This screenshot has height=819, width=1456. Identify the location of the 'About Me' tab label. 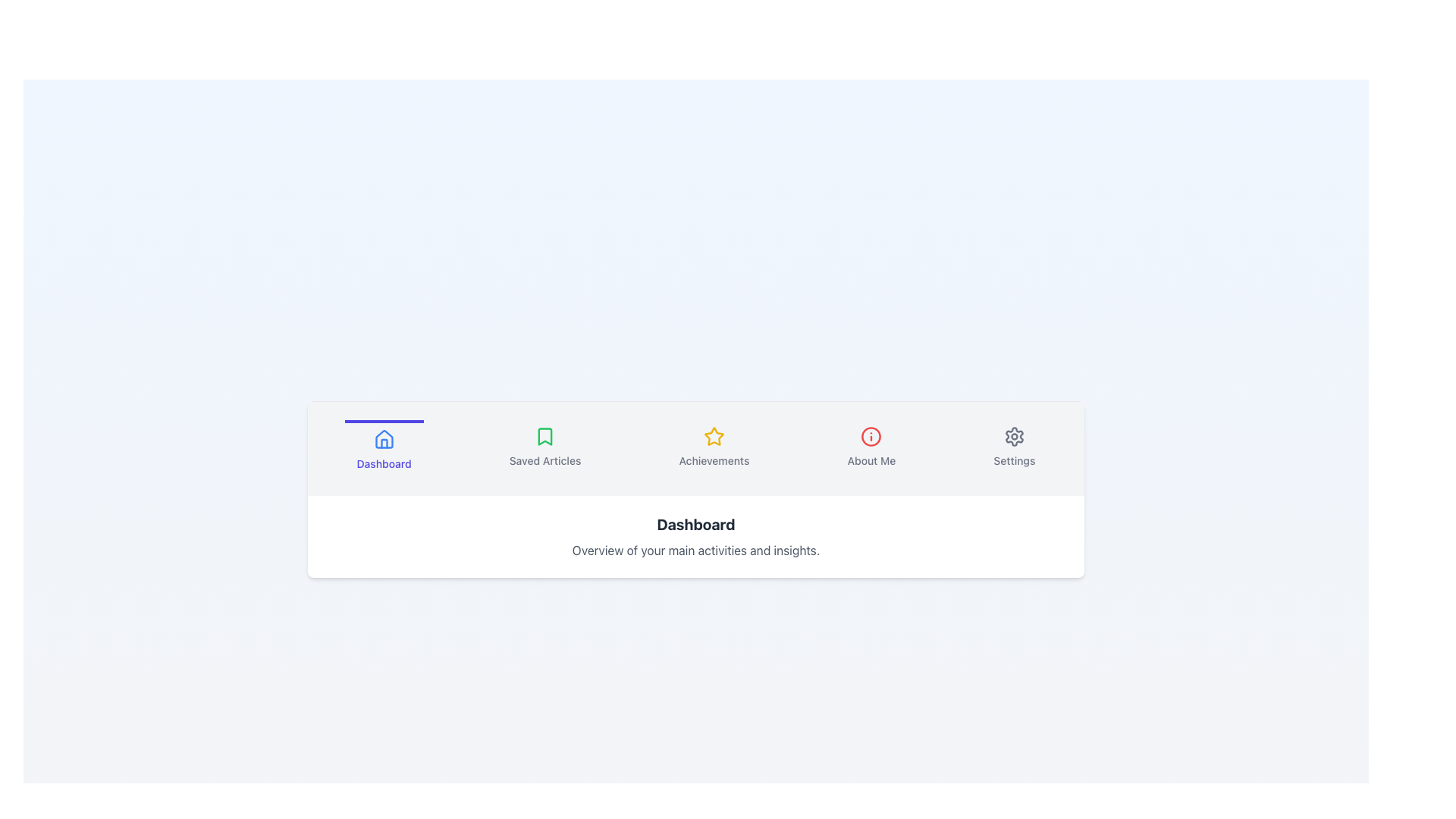
(871, 460).